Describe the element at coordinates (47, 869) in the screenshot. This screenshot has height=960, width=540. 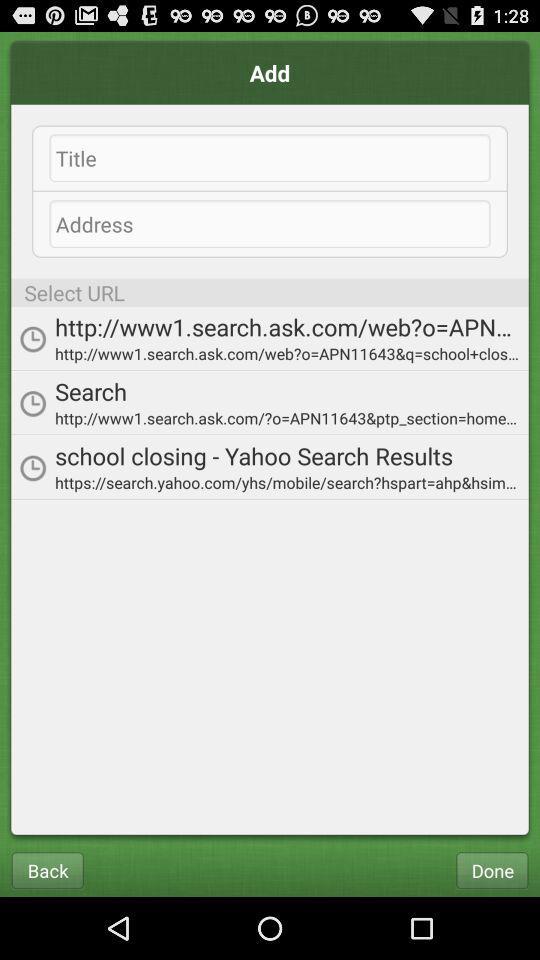
I see `back at the bottom left corner` at that location.